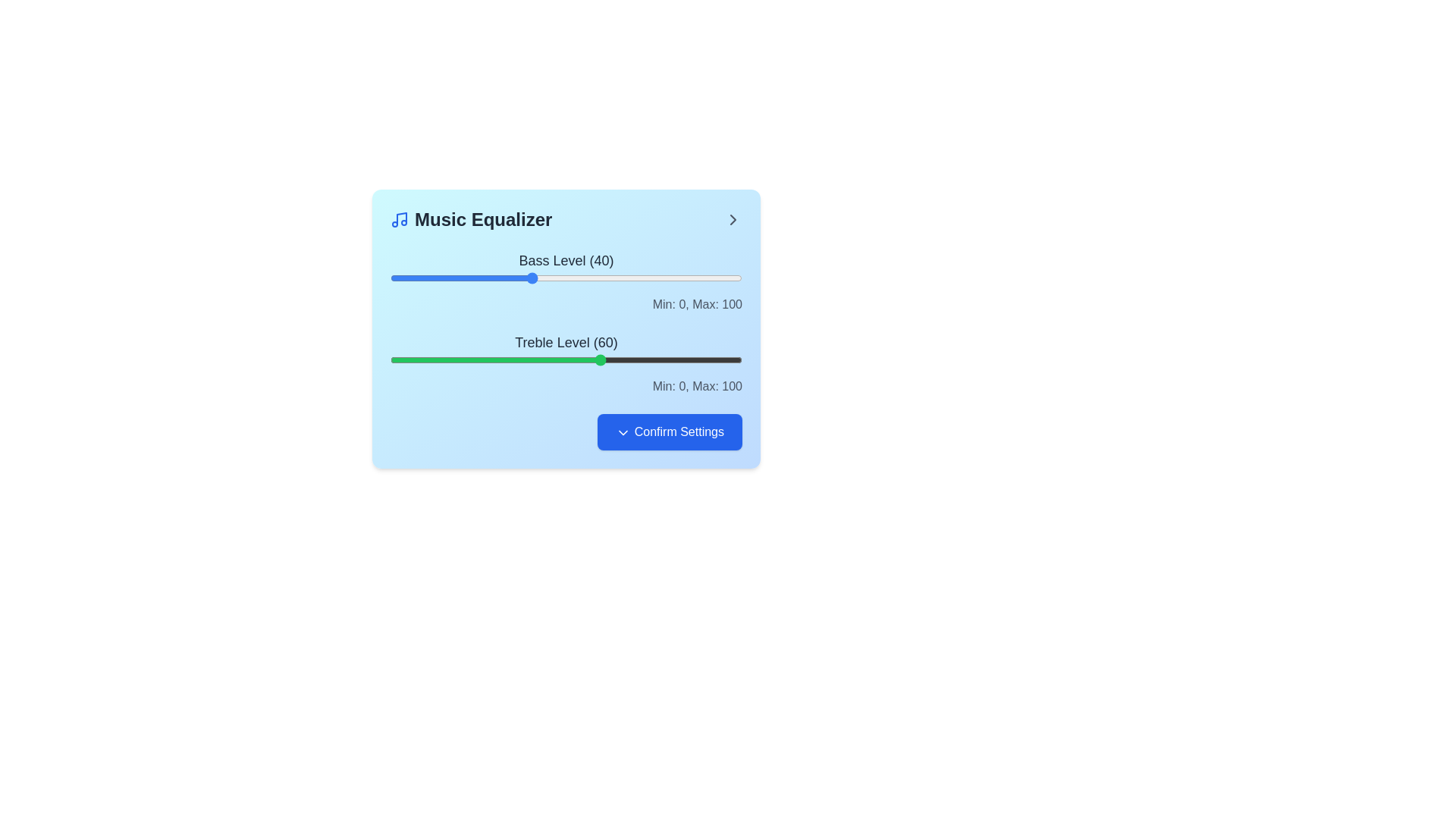 The height and width of the screenshot is (819, 1456). Describe the element at coordinates (654, 278) in the screenshot. I see `the Bass Level slider` at that location.